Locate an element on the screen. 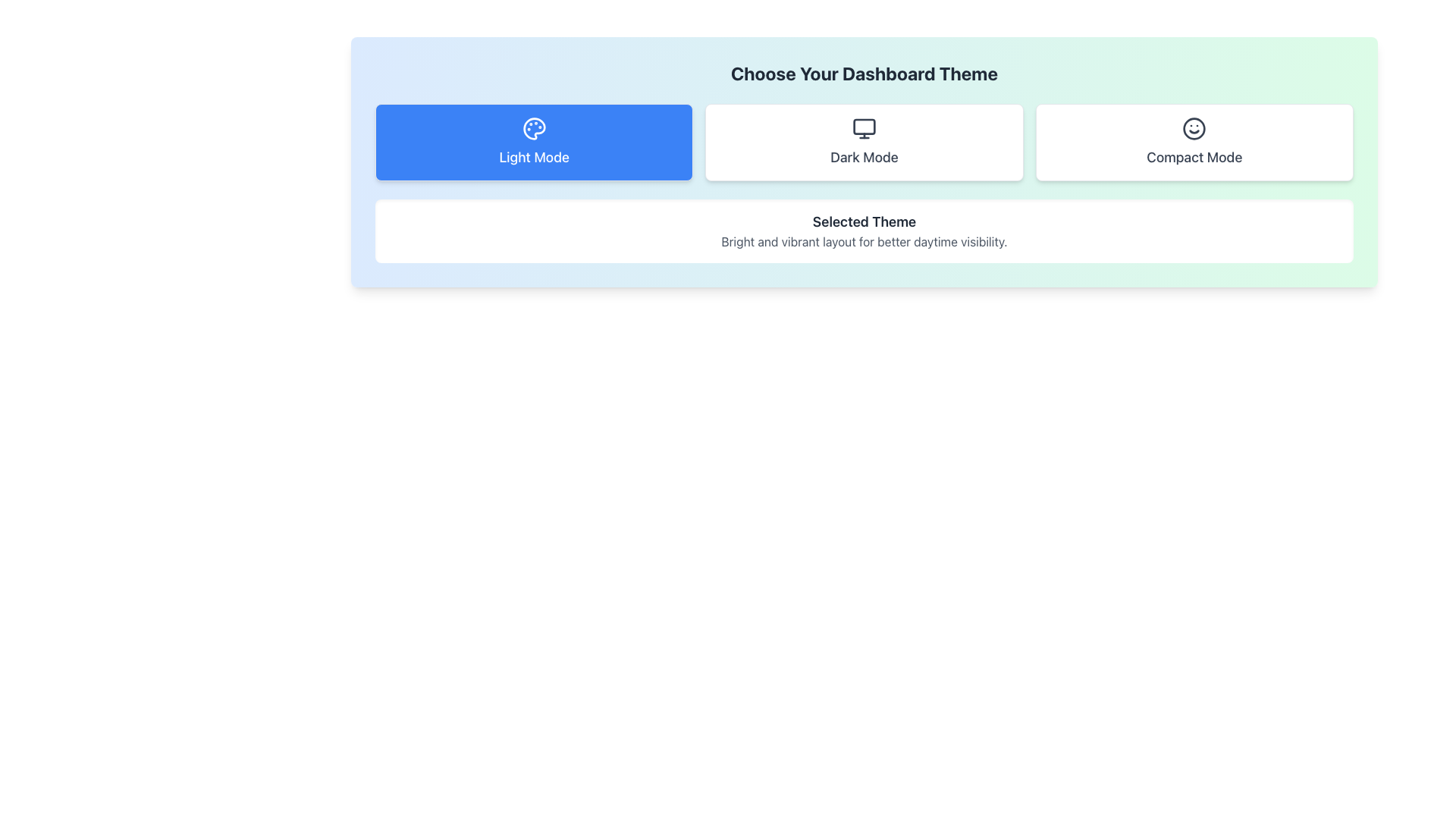 The image size is (1456, 819). the 'Compact Mode' icon, which is centrally aligned above the 'Compact Mode' label text in the third column of the theme selection interface is located at coordinates (1194, 127).